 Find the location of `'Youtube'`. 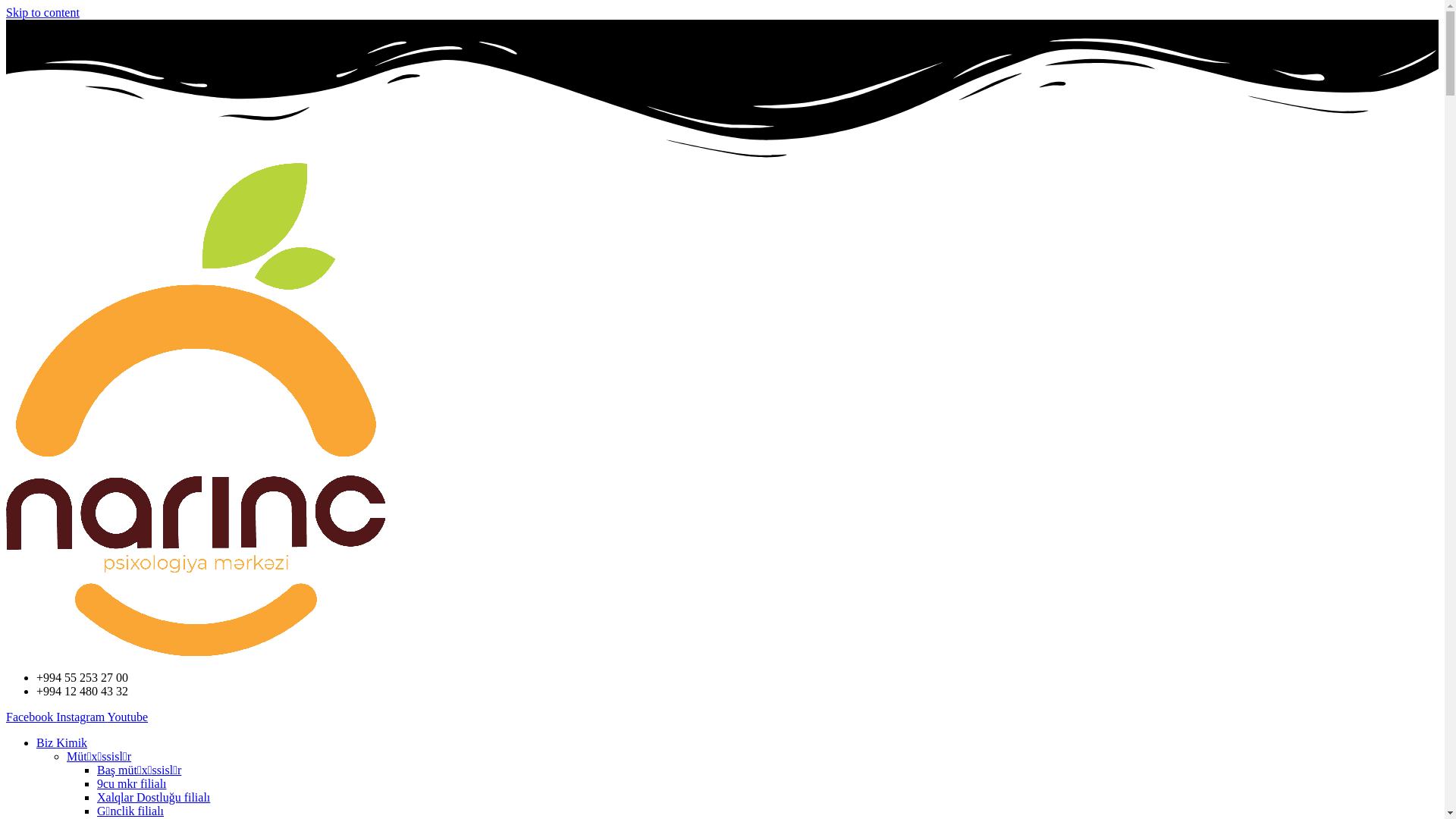

'Youtube' is located at coordinates (127, 717).